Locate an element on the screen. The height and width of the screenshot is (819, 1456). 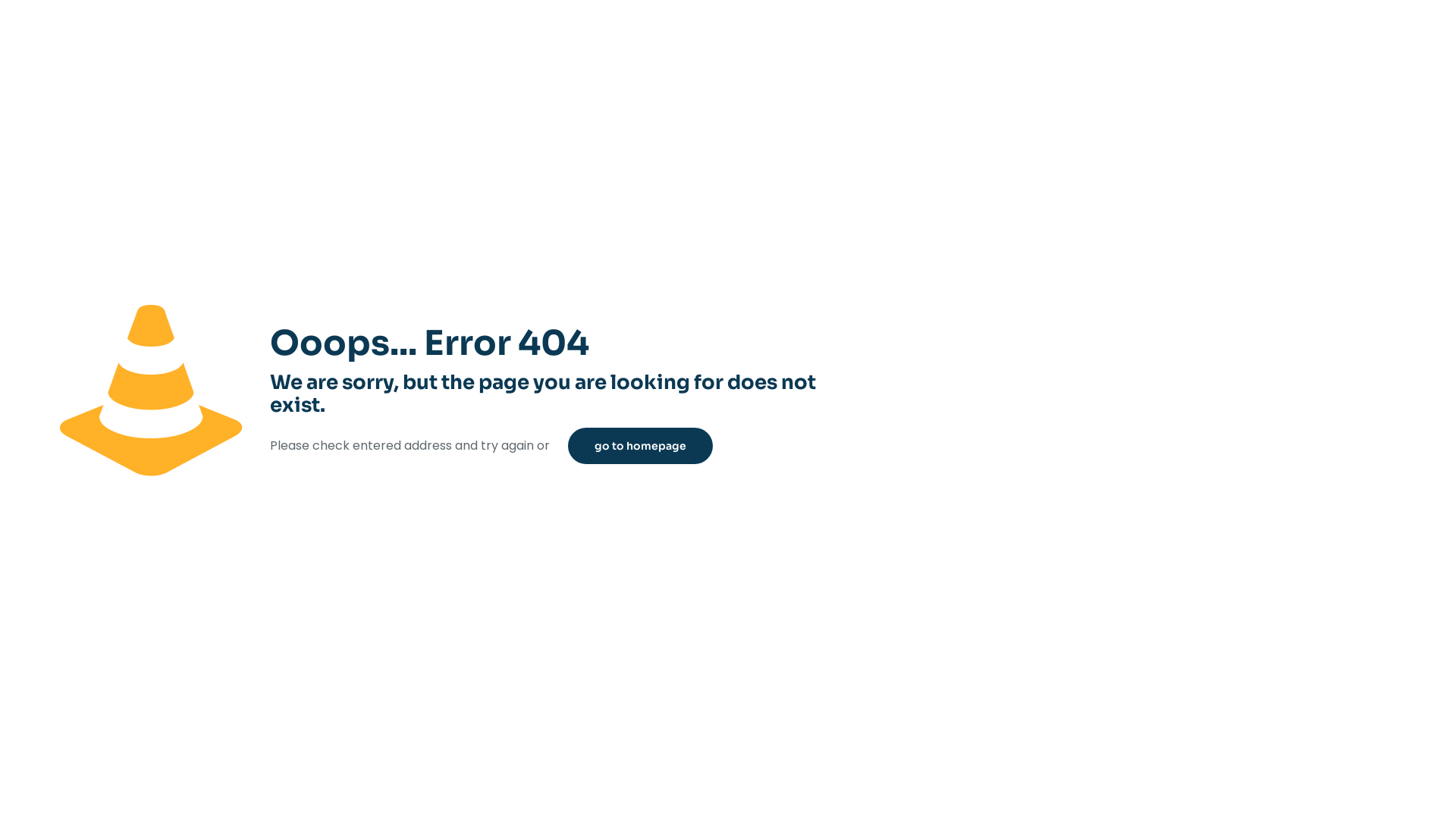
'go to homepage' is located at coordinates (640, 444).